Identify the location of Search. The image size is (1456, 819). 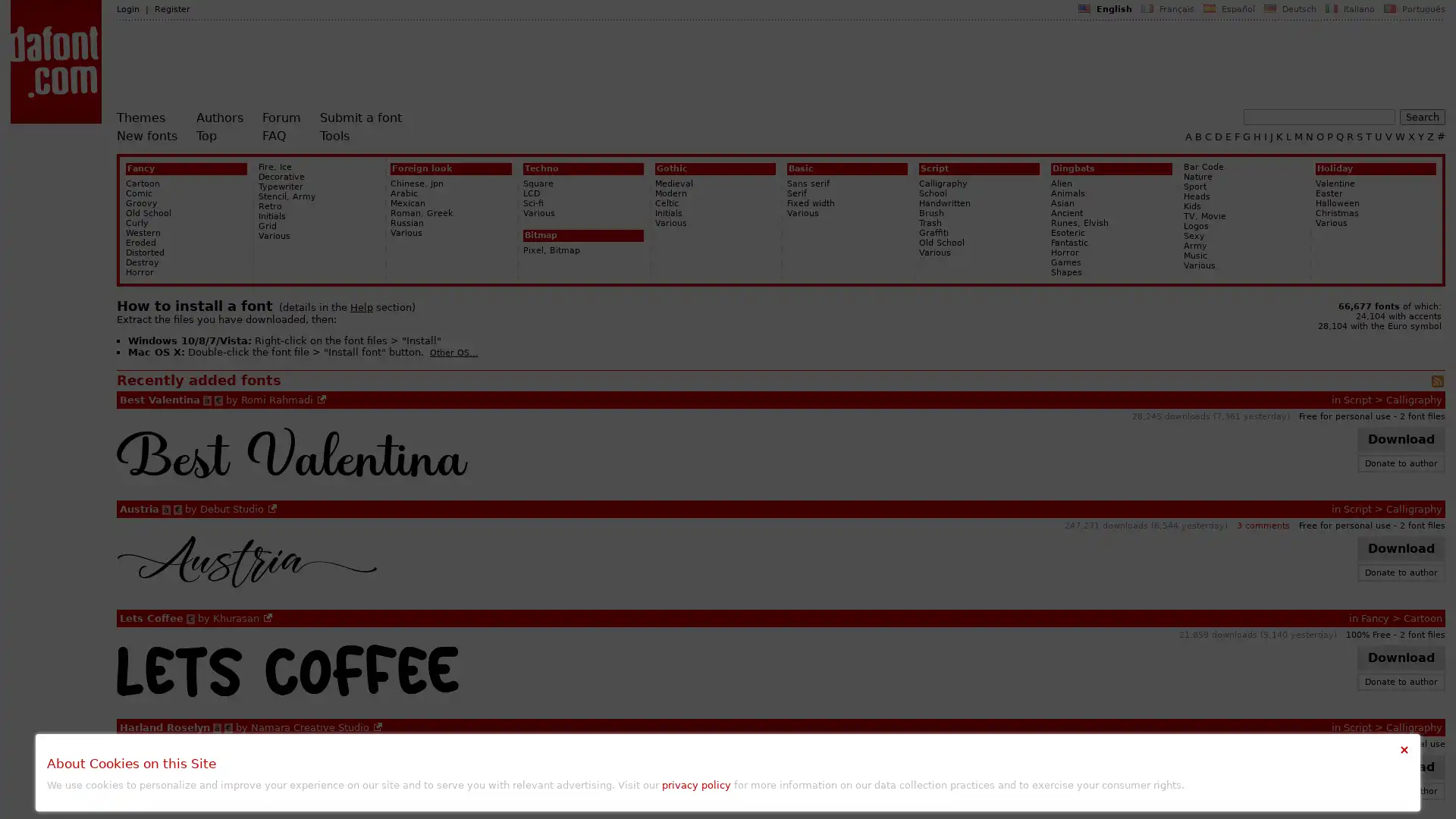
(1422, 116).